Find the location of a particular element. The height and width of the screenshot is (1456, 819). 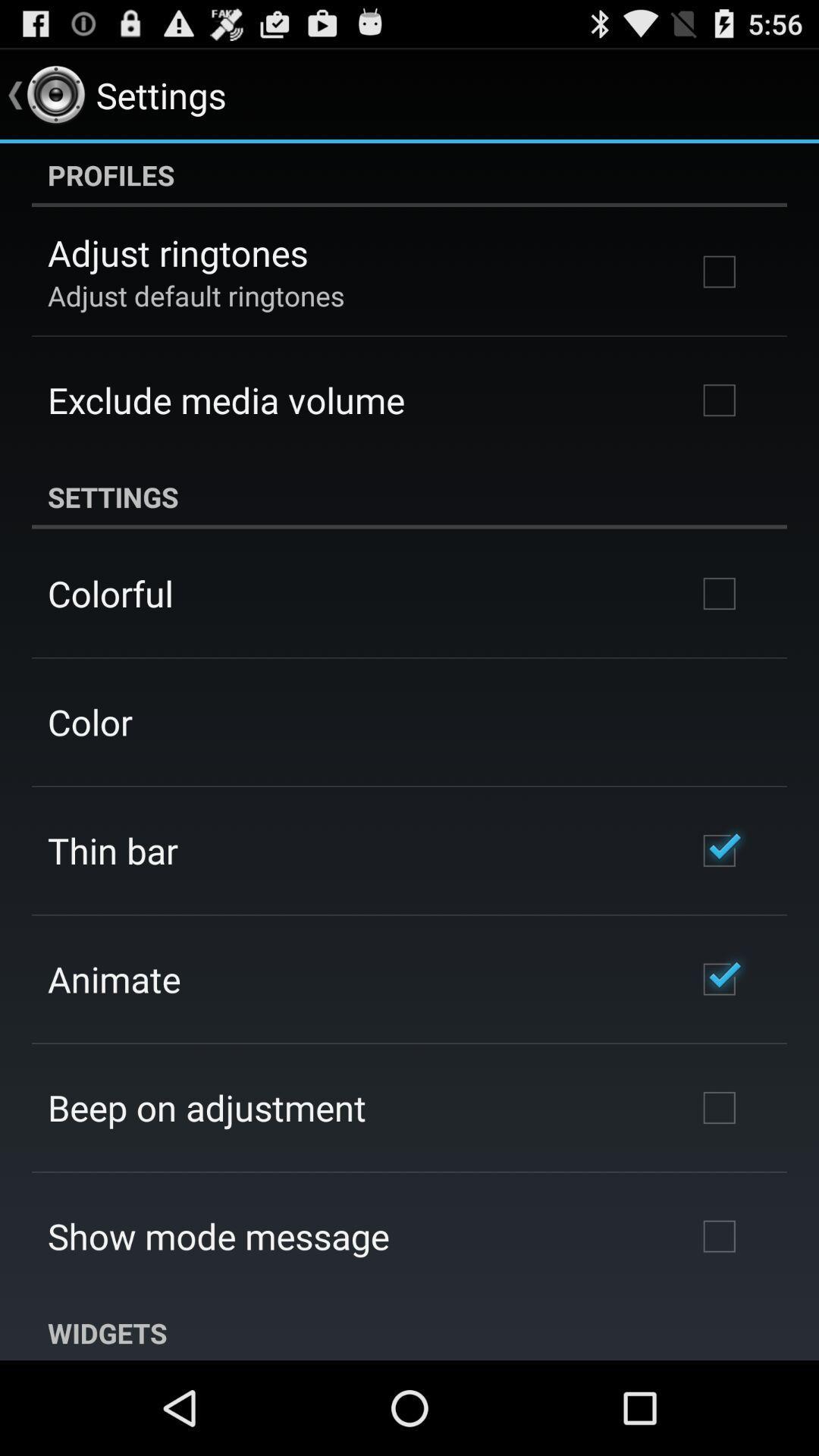

the thin bar item is located at coordinates (111, 850).